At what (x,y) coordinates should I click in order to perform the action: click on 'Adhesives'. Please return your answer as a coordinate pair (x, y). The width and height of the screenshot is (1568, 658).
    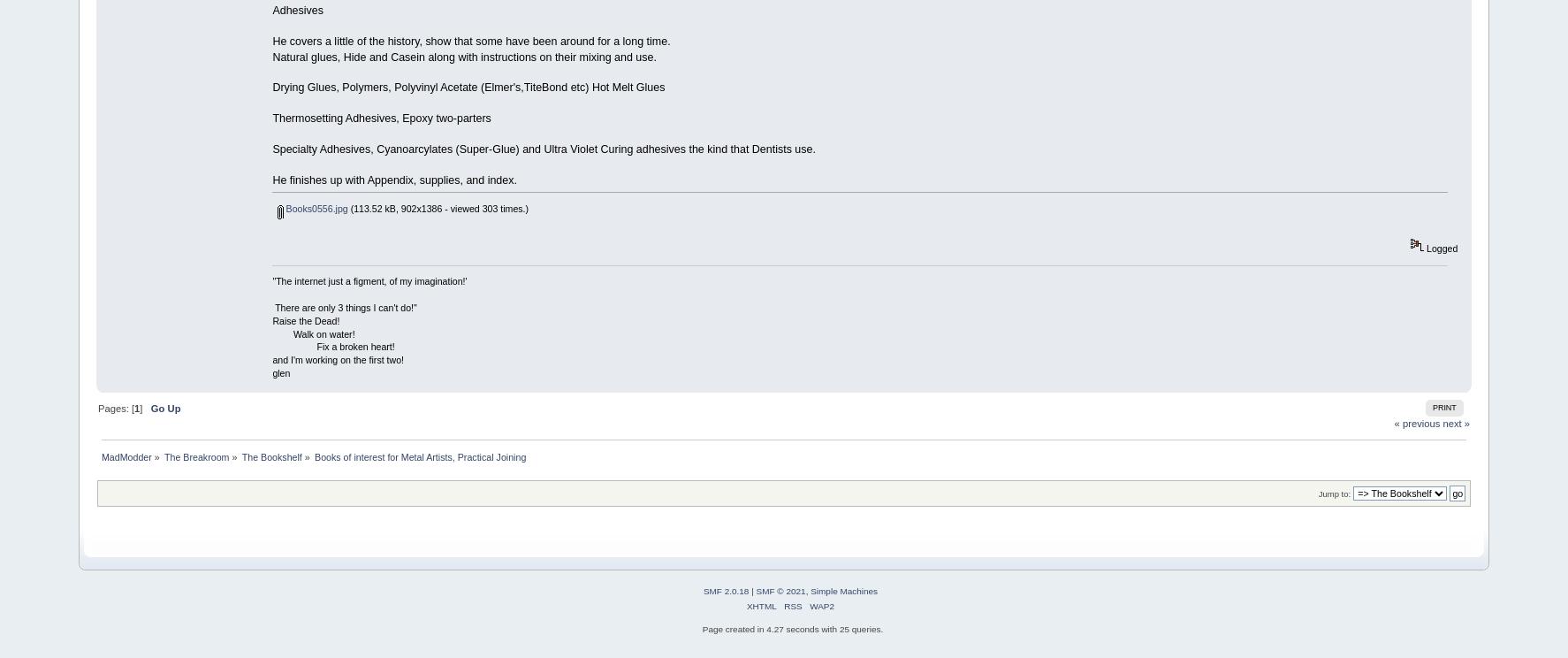
    Looking at the image, I should click on (297, 10).